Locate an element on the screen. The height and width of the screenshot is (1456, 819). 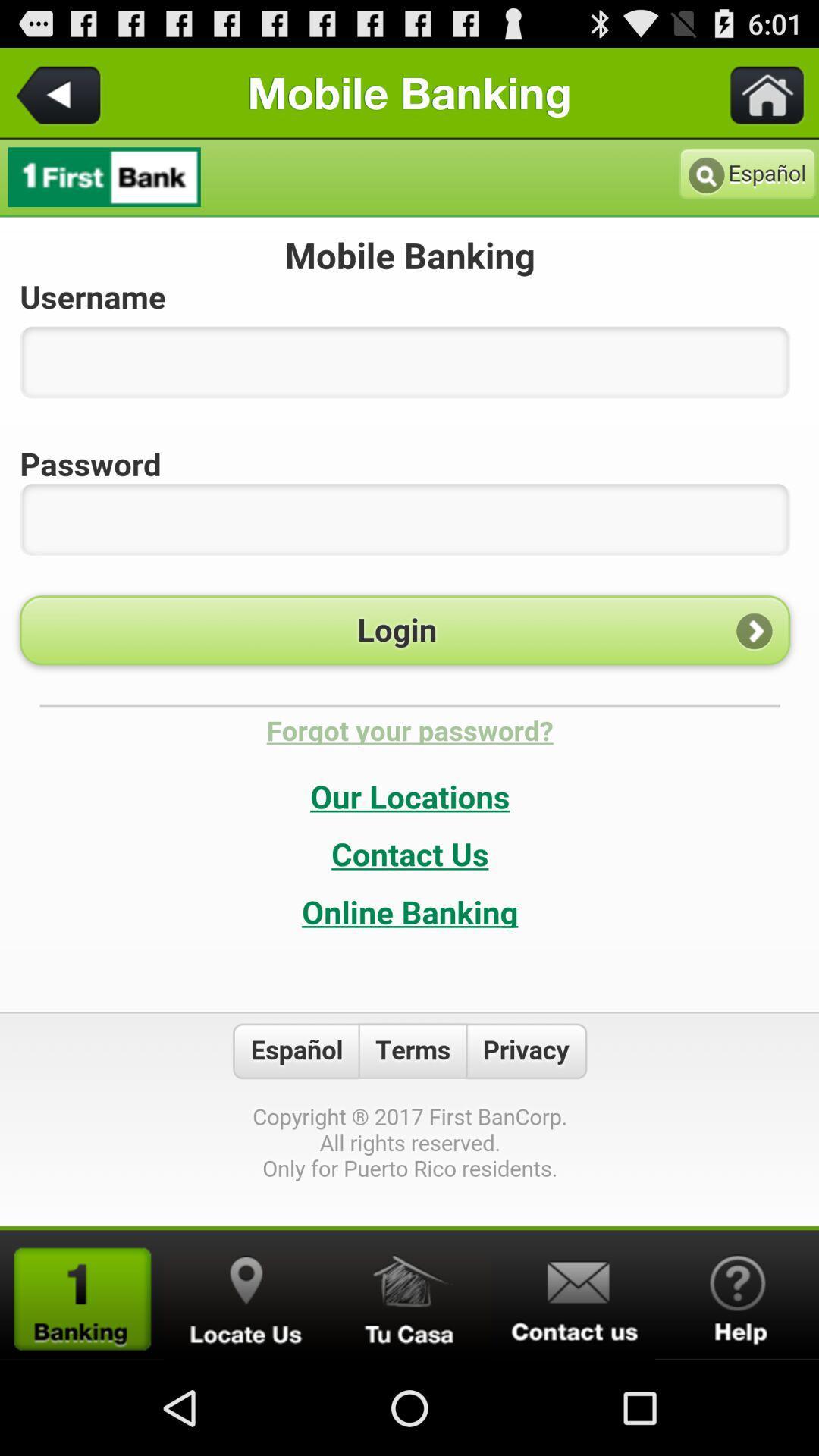
send email is located at coordinates (573, 1294).